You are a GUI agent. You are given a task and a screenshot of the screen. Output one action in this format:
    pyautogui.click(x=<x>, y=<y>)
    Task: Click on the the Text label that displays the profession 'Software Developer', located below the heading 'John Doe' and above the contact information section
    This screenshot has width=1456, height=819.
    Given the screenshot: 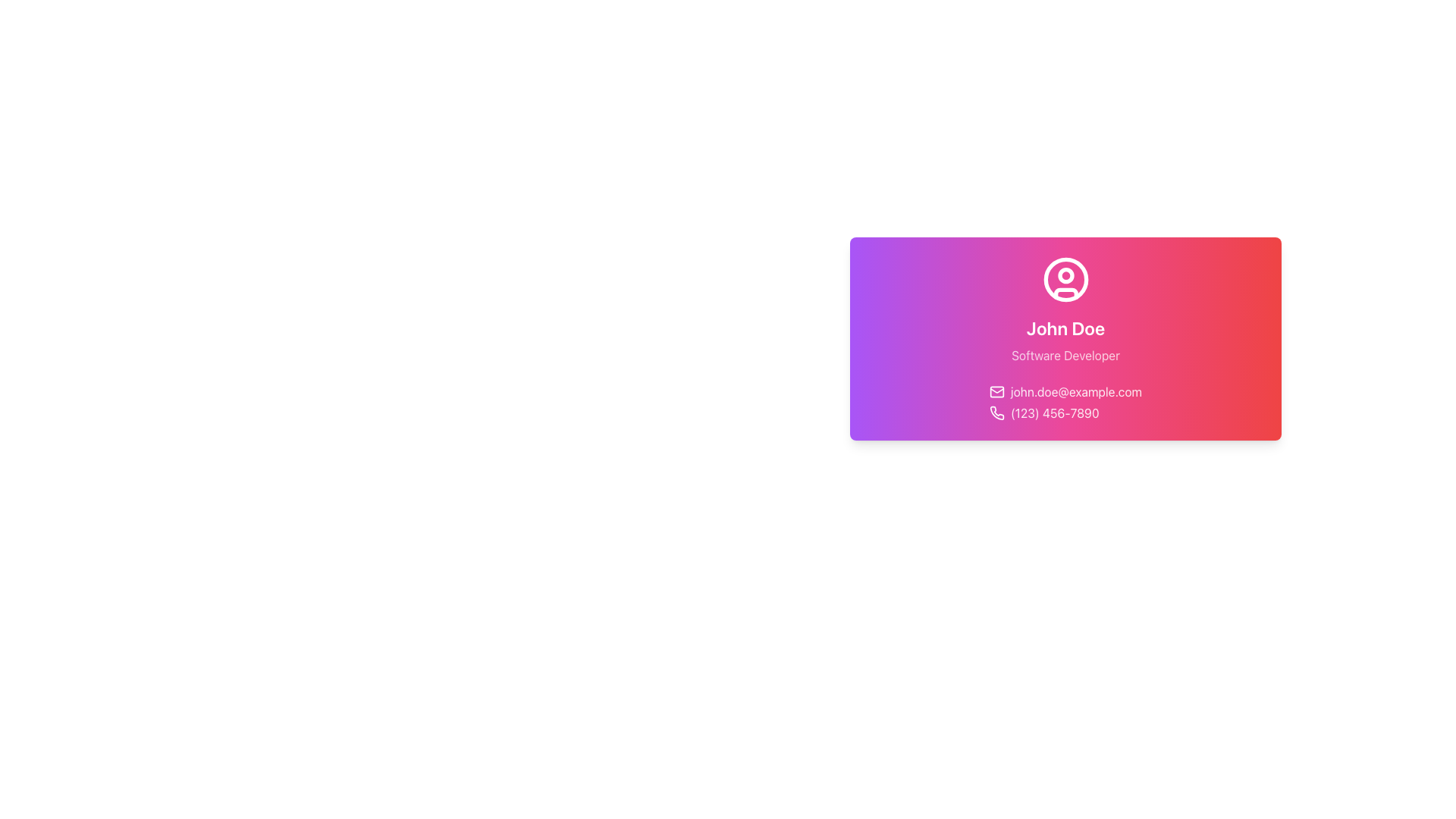 What is the action you would take?
    pyautogui.click(x=1065, y=356)
    